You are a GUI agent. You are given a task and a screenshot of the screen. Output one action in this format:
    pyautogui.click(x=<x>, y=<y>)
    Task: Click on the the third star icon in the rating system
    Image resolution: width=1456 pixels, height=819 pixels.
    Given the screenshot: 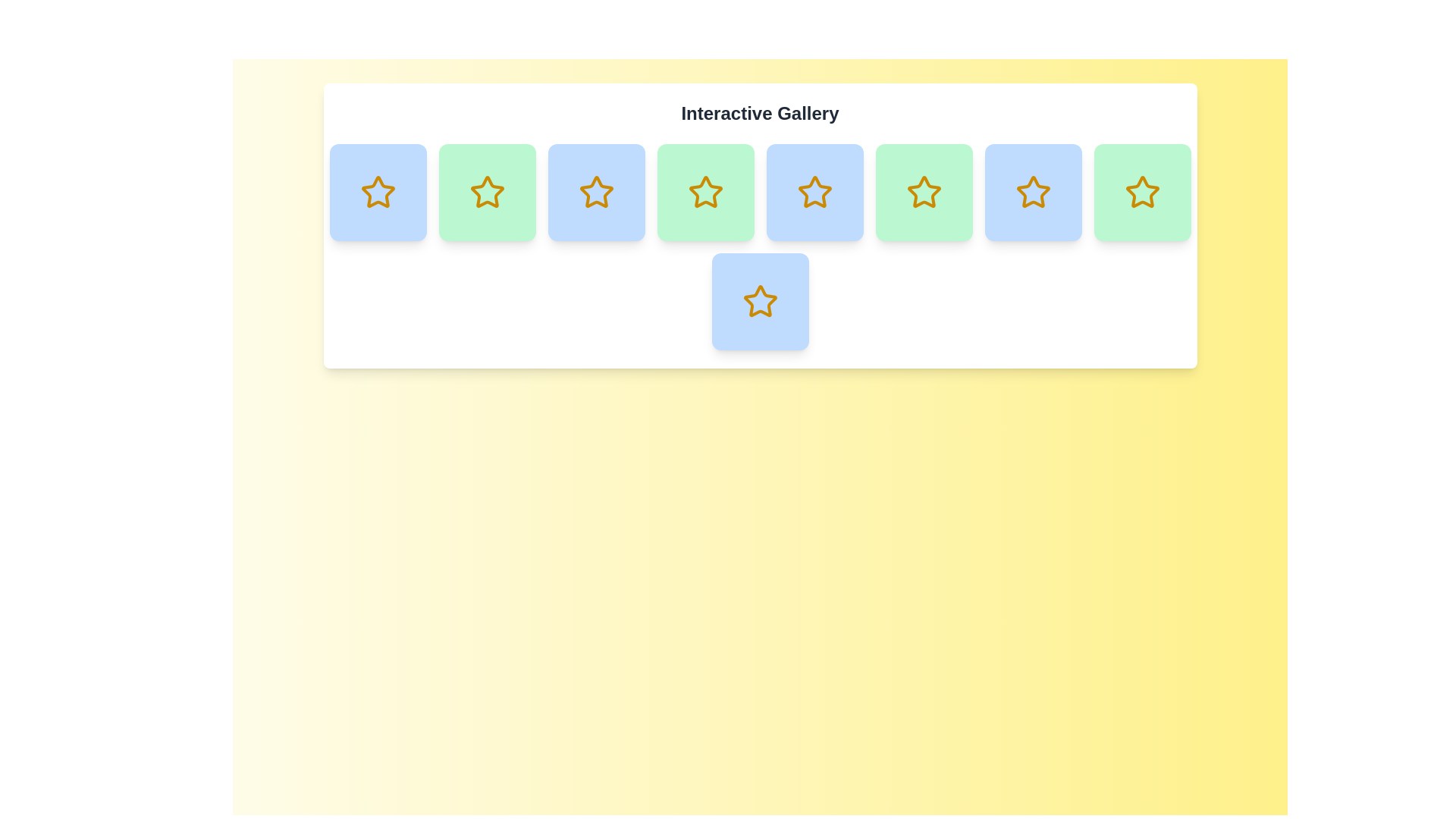 What is the action you would take?
    pyautogui.click(x=704, y=191)
    